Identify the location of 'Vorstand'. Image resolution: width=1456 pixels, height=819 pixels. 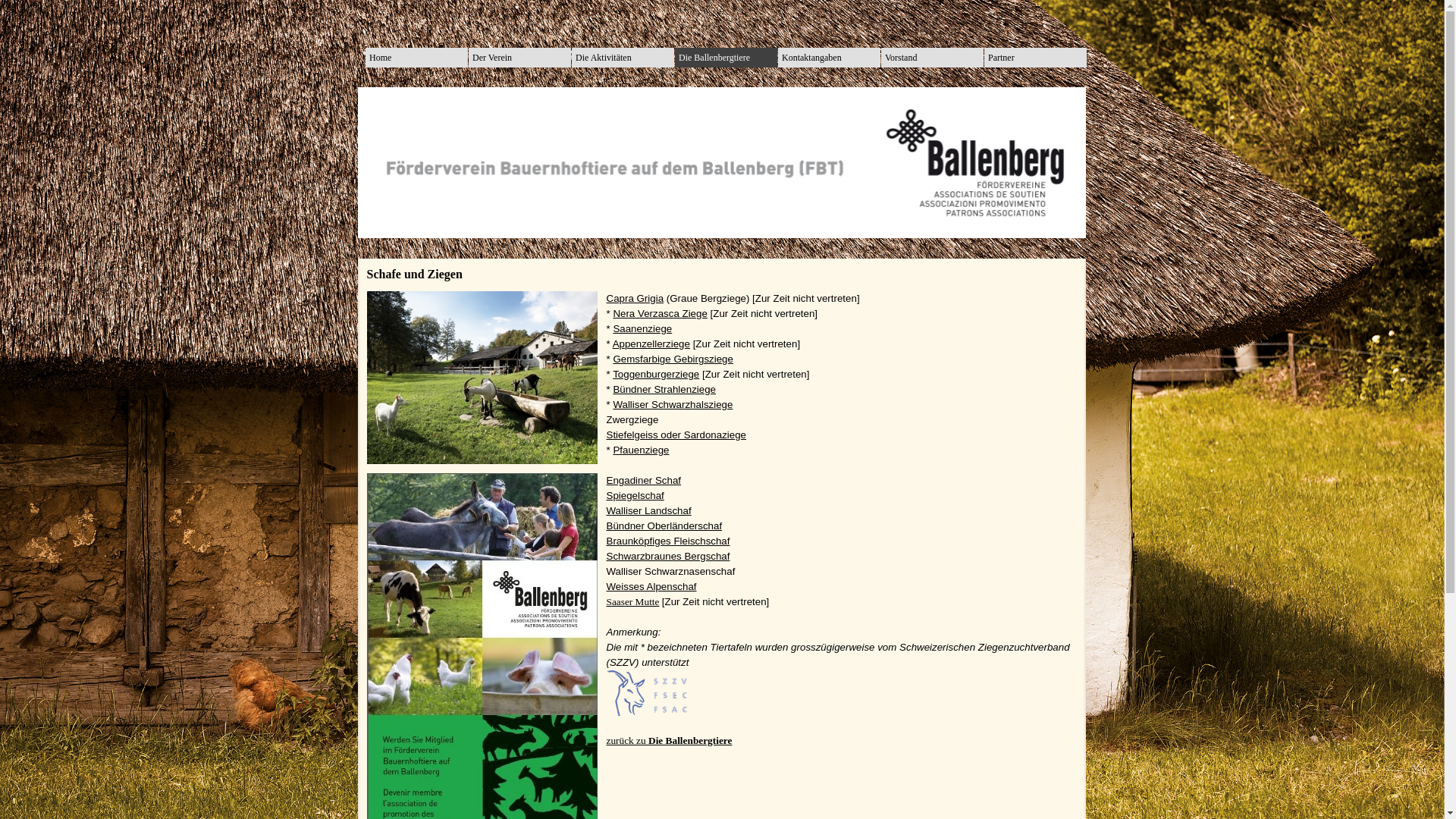
(931, 57).